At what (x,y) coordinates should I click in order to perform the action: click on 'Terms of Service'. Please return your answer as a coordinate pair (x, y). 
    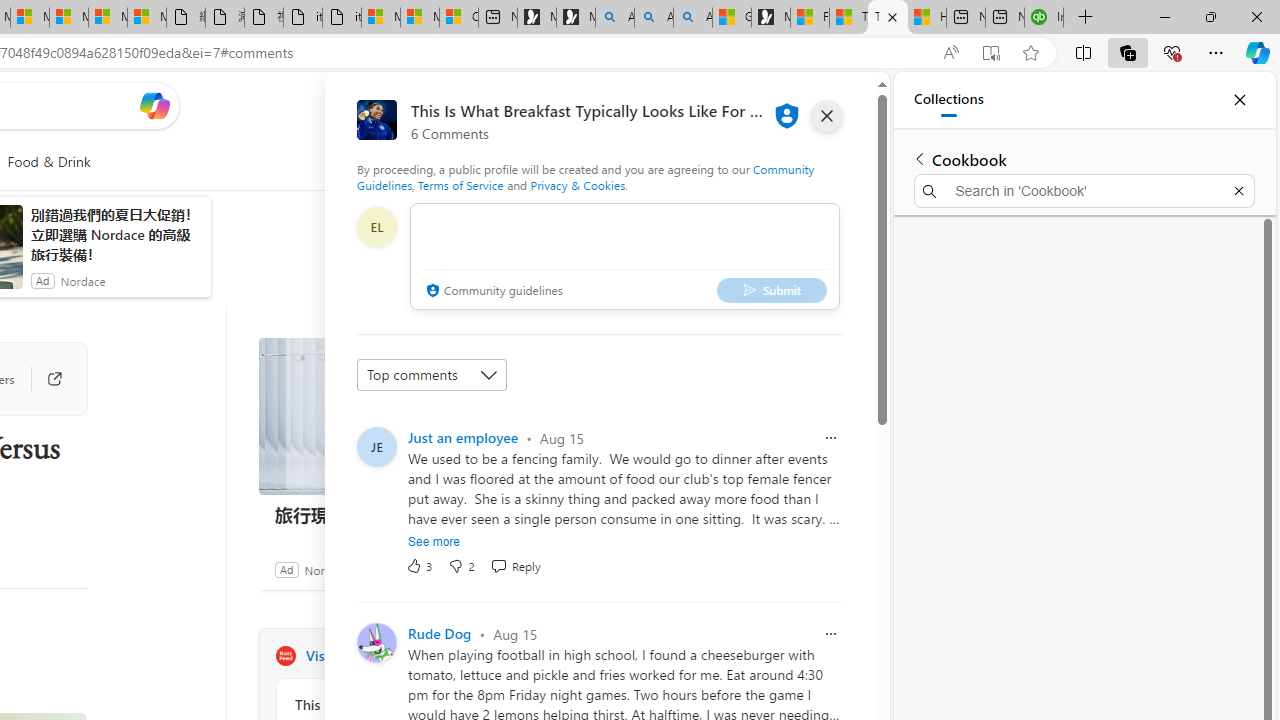
    Looking at the image, I should click on (460, 185).